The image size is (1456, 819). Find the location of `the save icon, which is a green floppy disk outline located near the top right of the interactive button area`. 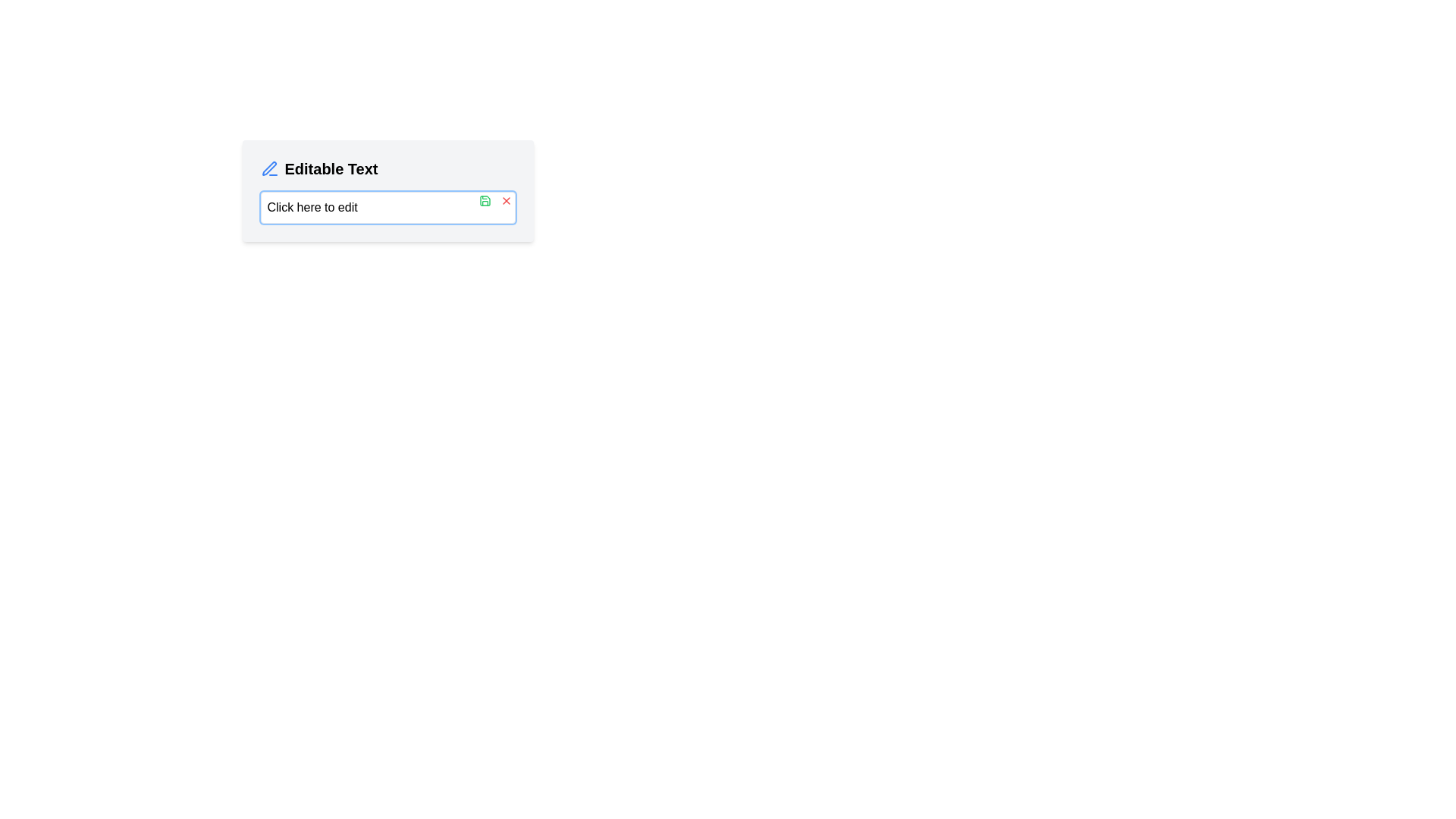

the save icon, which is a green floppy disk outline located near the top right of the interactive button area is located at coordinates (484, 200).